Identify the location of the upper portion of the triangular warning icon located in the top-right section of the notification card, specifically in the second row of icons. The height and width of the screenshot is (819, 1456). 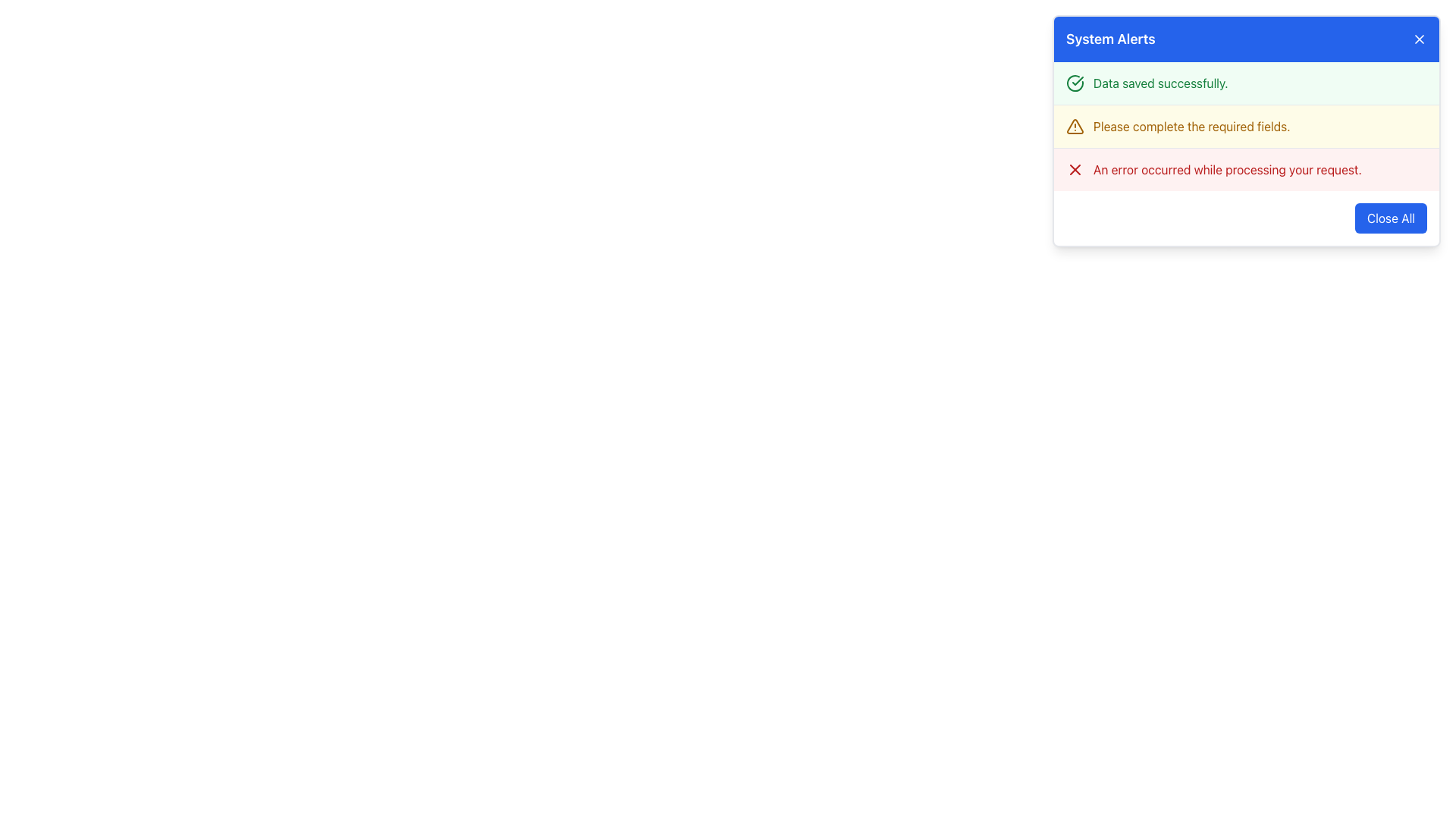
(1074, 125).